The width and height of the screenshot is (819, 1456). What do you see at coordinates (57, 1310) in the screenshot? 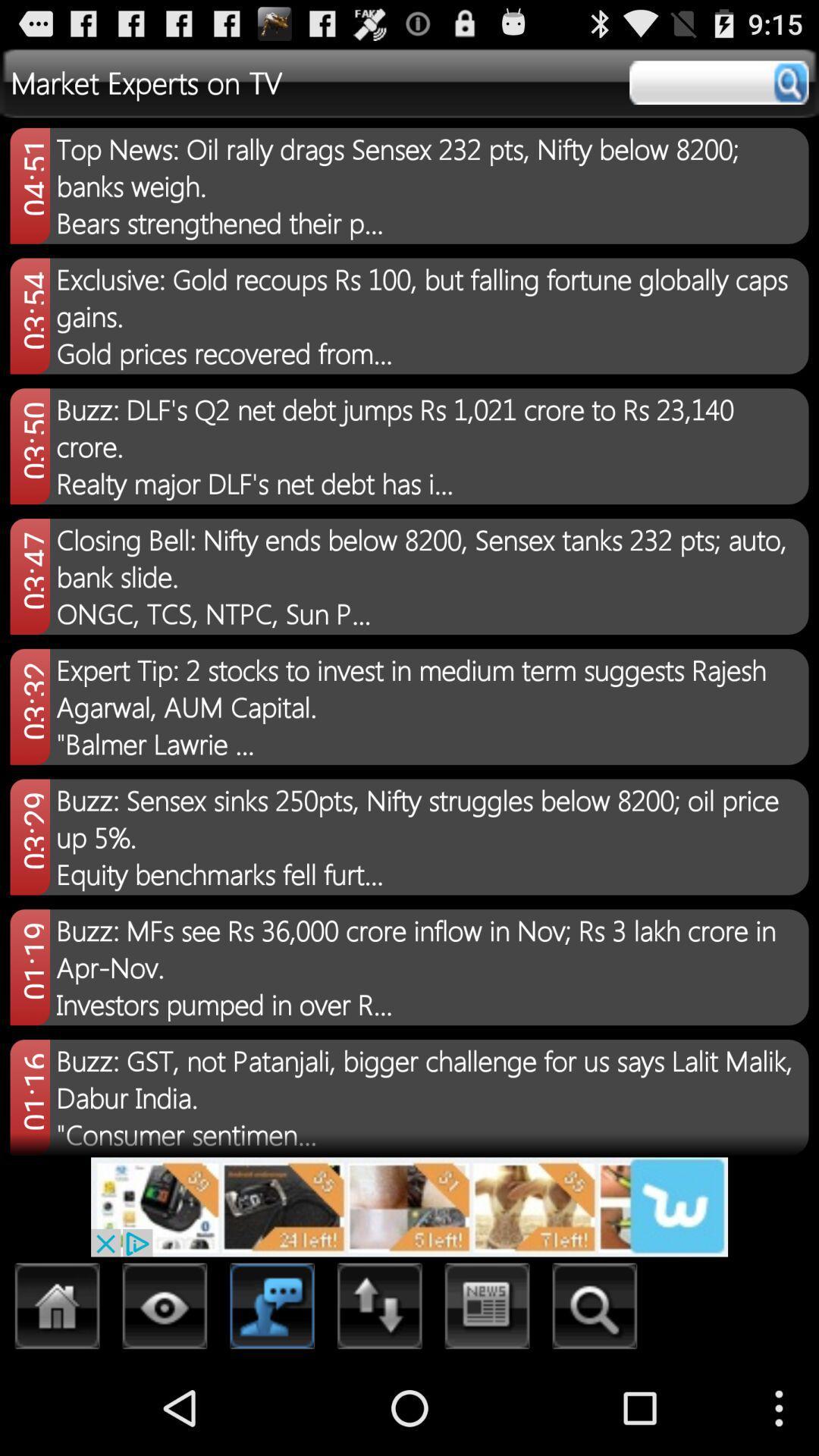
I see `home button` at bounding box center [57, 1310].